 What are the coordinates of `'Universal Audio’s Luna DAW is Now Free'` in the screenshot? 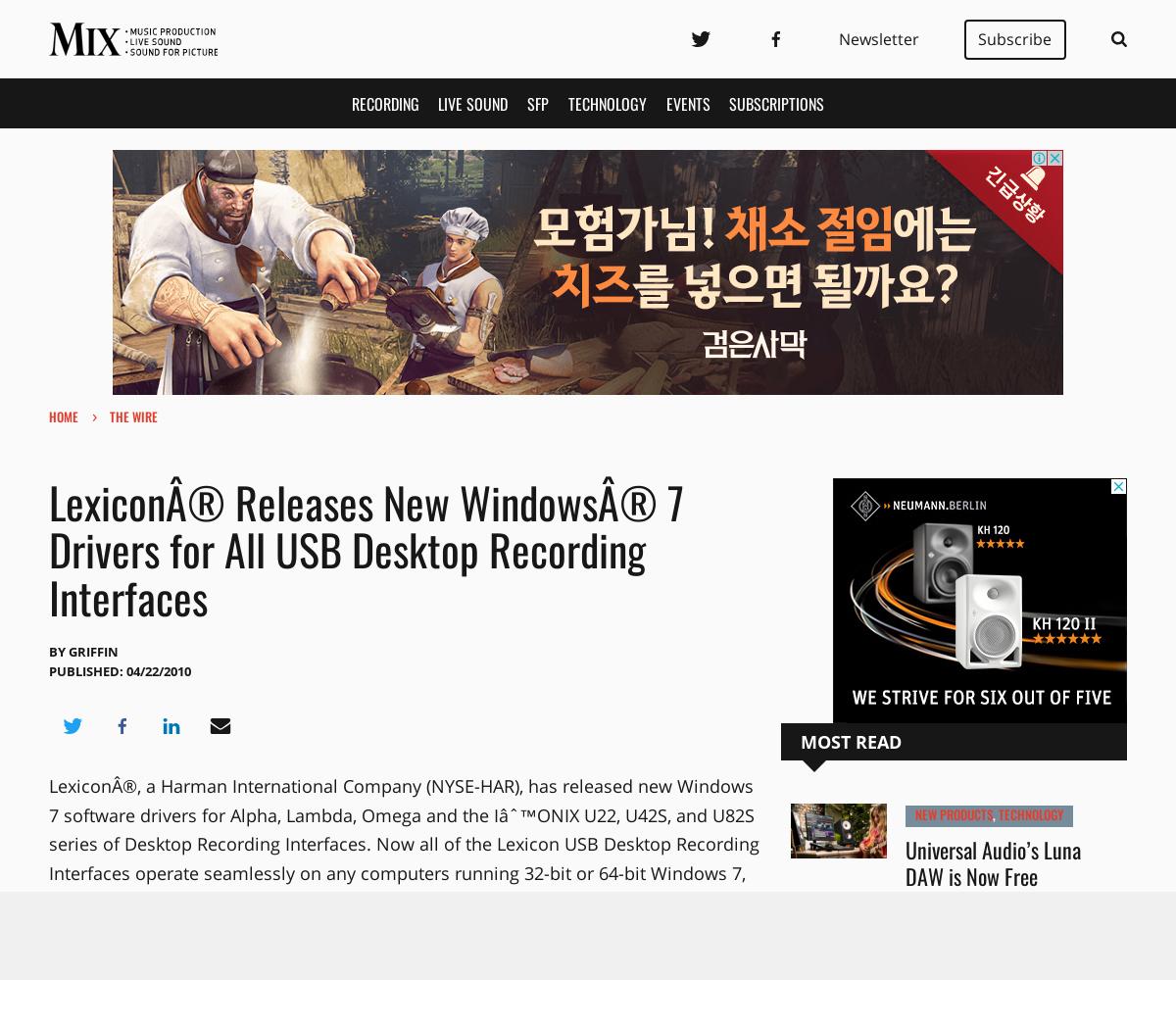 It's located at (993, 862).